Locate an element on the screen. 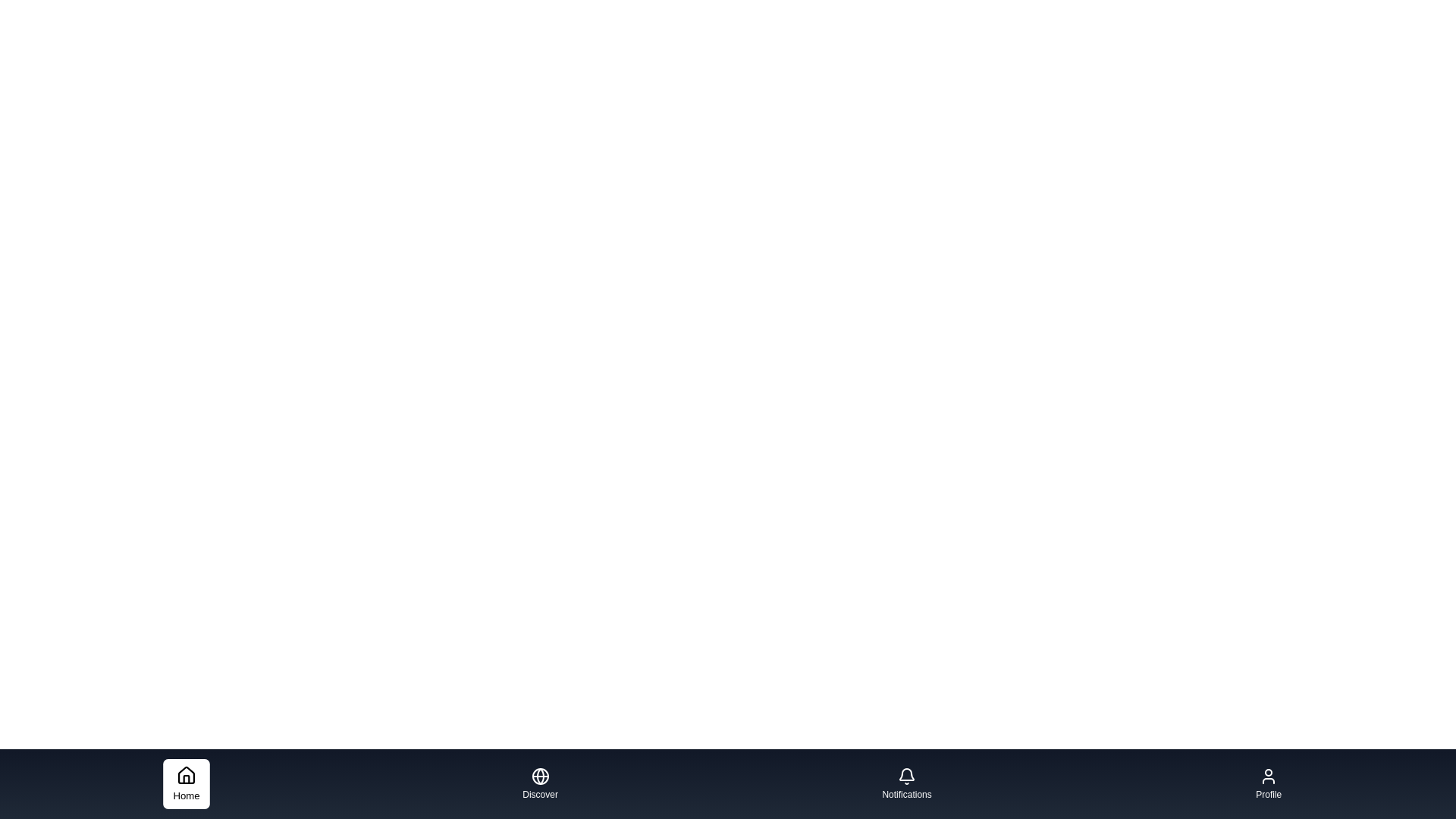 Image resolution: width=1456 pixels, height=819 pixels. the tab labeled Profile to inspect its icon and label is located at coordinates (1269, 783).